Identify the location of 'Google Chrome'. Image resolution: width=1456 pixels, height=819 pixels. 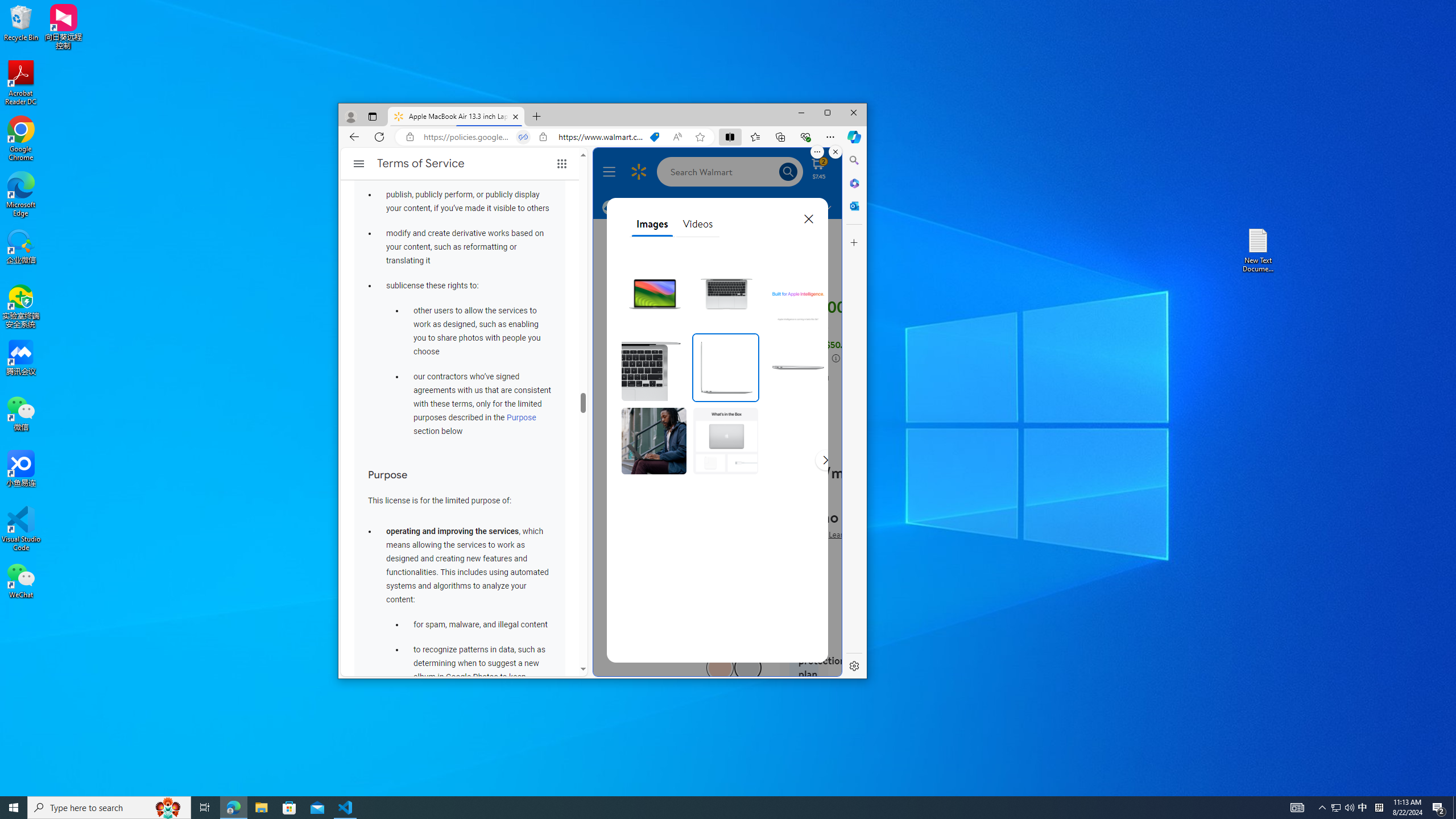
(20, 139).